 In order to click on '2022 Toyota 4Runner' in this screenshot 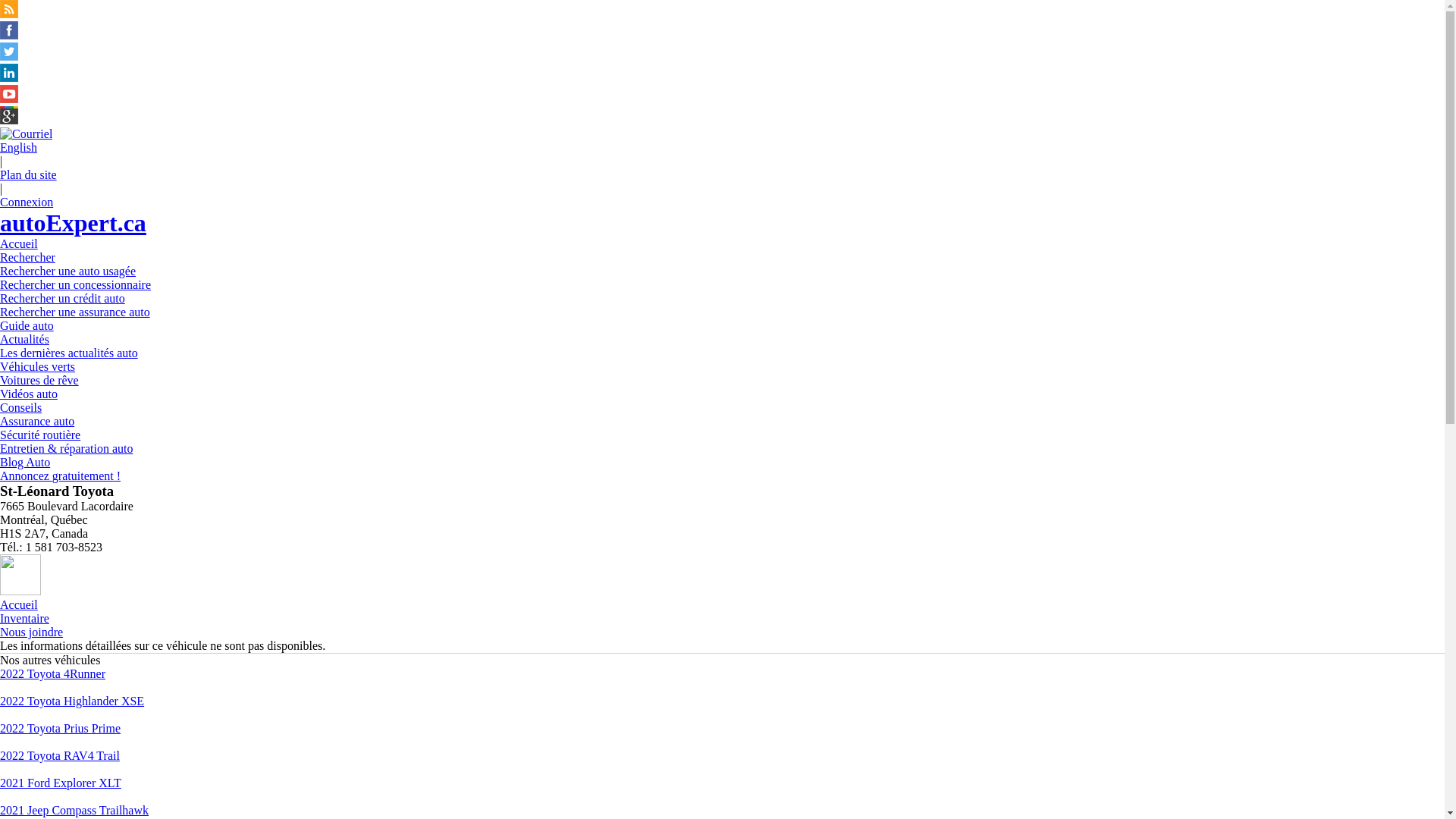, I will do `click(52, 673)`.